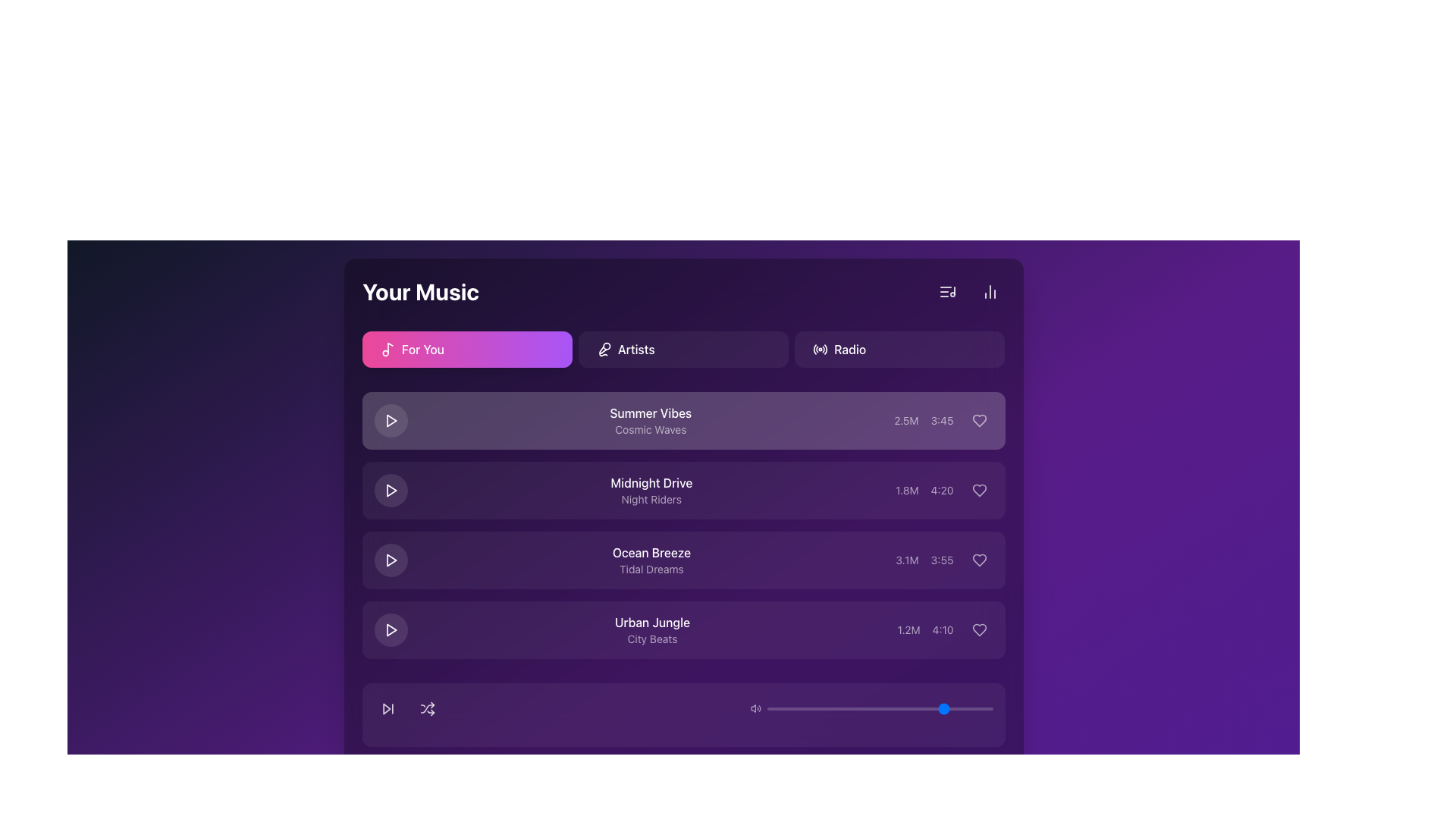 This screenshot has width=1456, height=819. What do you see at coordinates (391, 491) in the screenshot?
I see `the play button for the track 'Midnight Drive'` at bounding box center [391, 491].